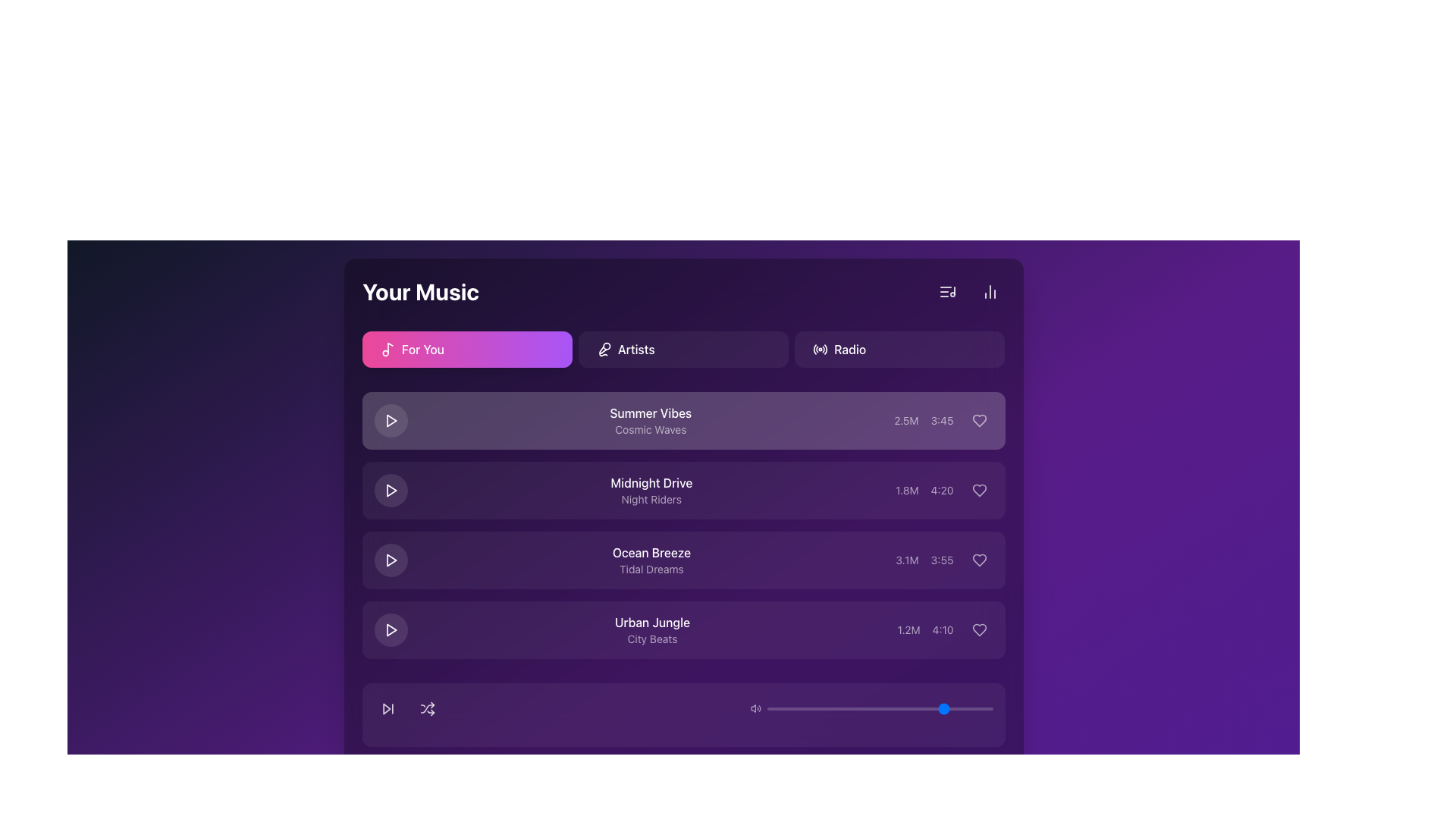 This screenshot has width=1456, height=819. What do you see at coordinates (391, 491) in the screenshot?
I see `the play button for the track 'Midnight Drive'` at bounding box center [391, 491].